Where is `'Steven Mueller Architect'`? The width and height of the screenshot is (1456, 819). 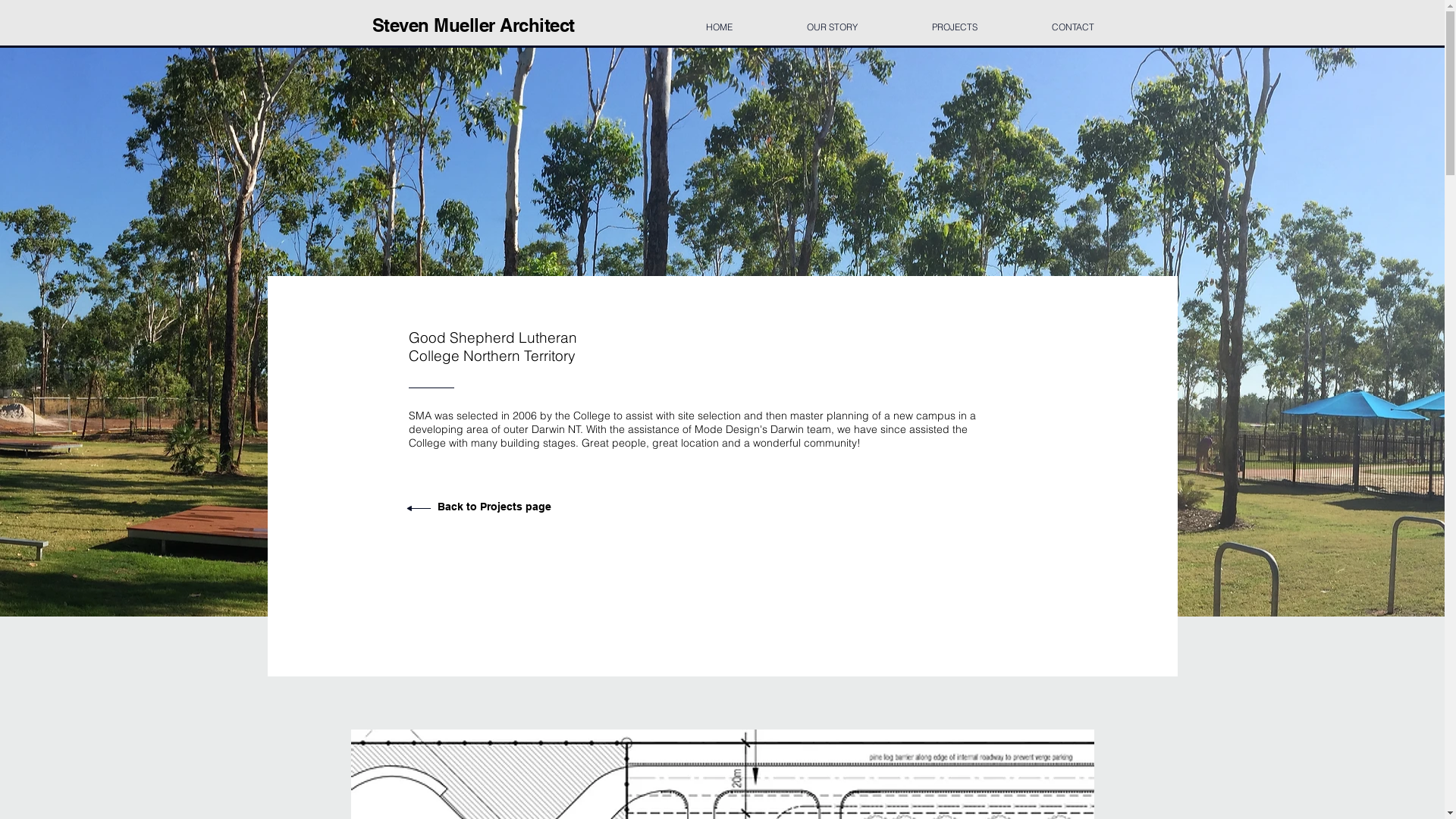 'Steven Mueller Architect' is located at coordinates (371, 25).